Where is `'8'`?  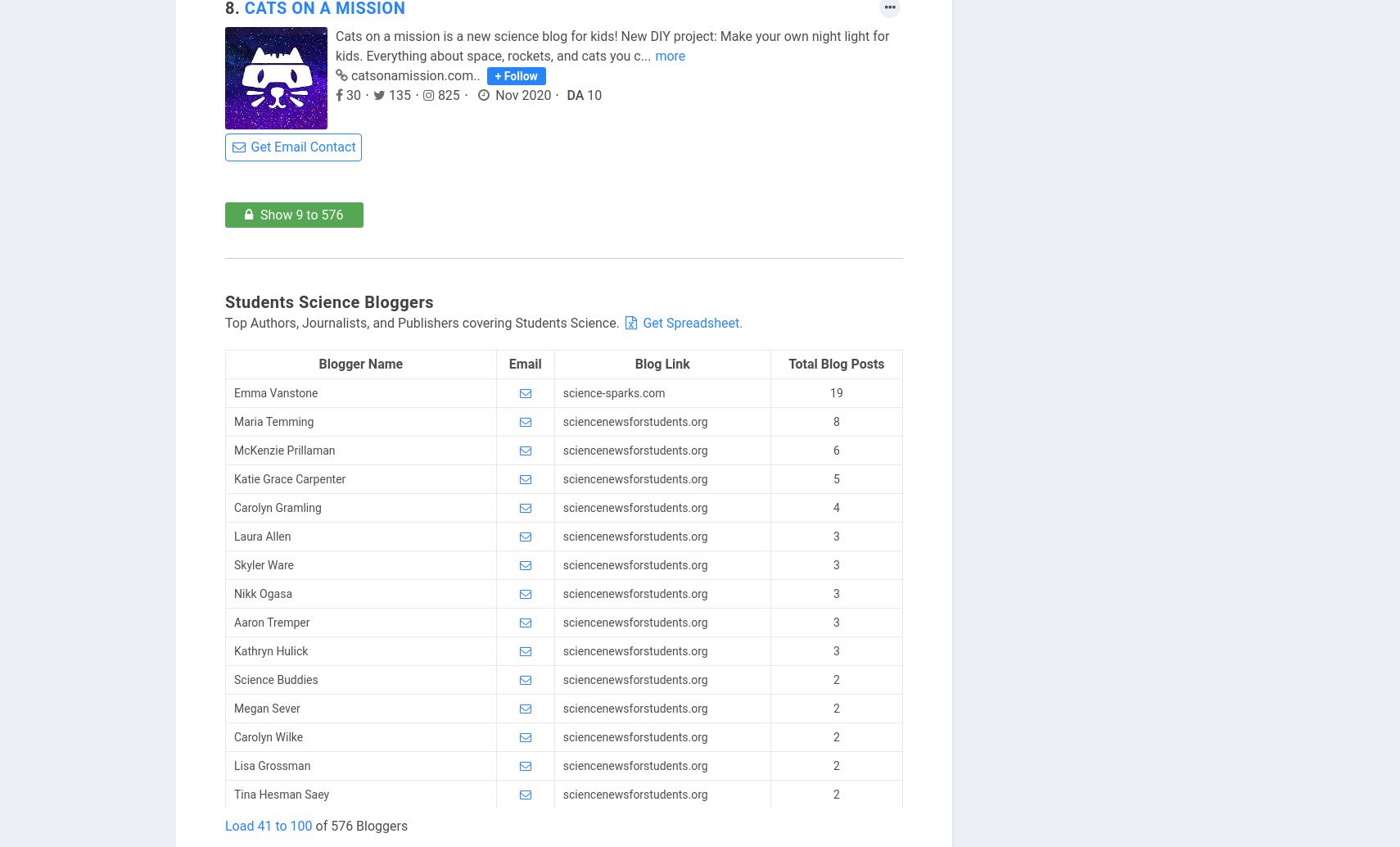 '8' is located at coordinates (832, 420).